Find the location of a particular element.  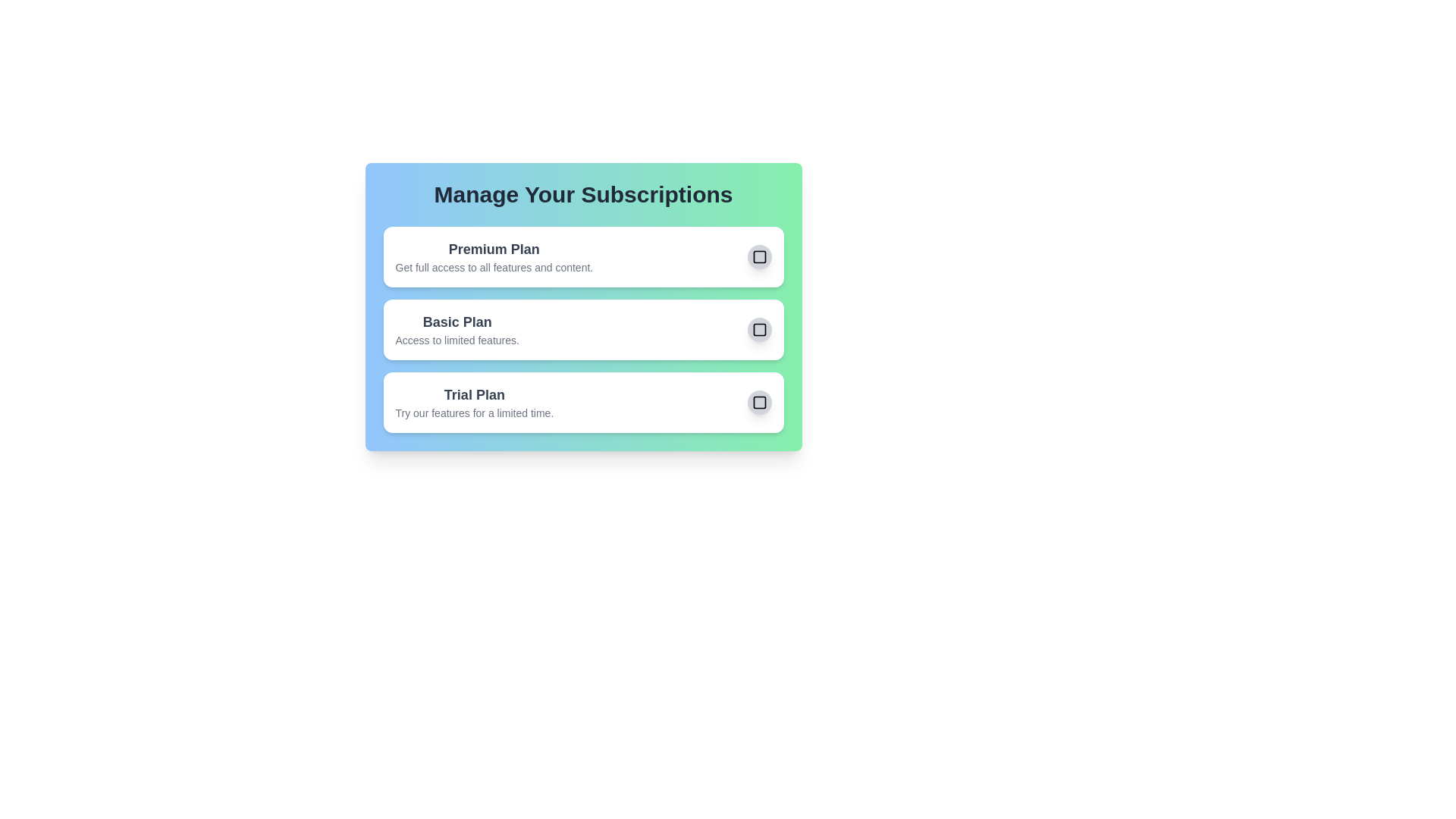

the rounded square button with a light gray background and a centered black square icon located in the 'Trial Plan' card under the 'Manage Your Subscriptions' section is located at coordinates (759, 402).